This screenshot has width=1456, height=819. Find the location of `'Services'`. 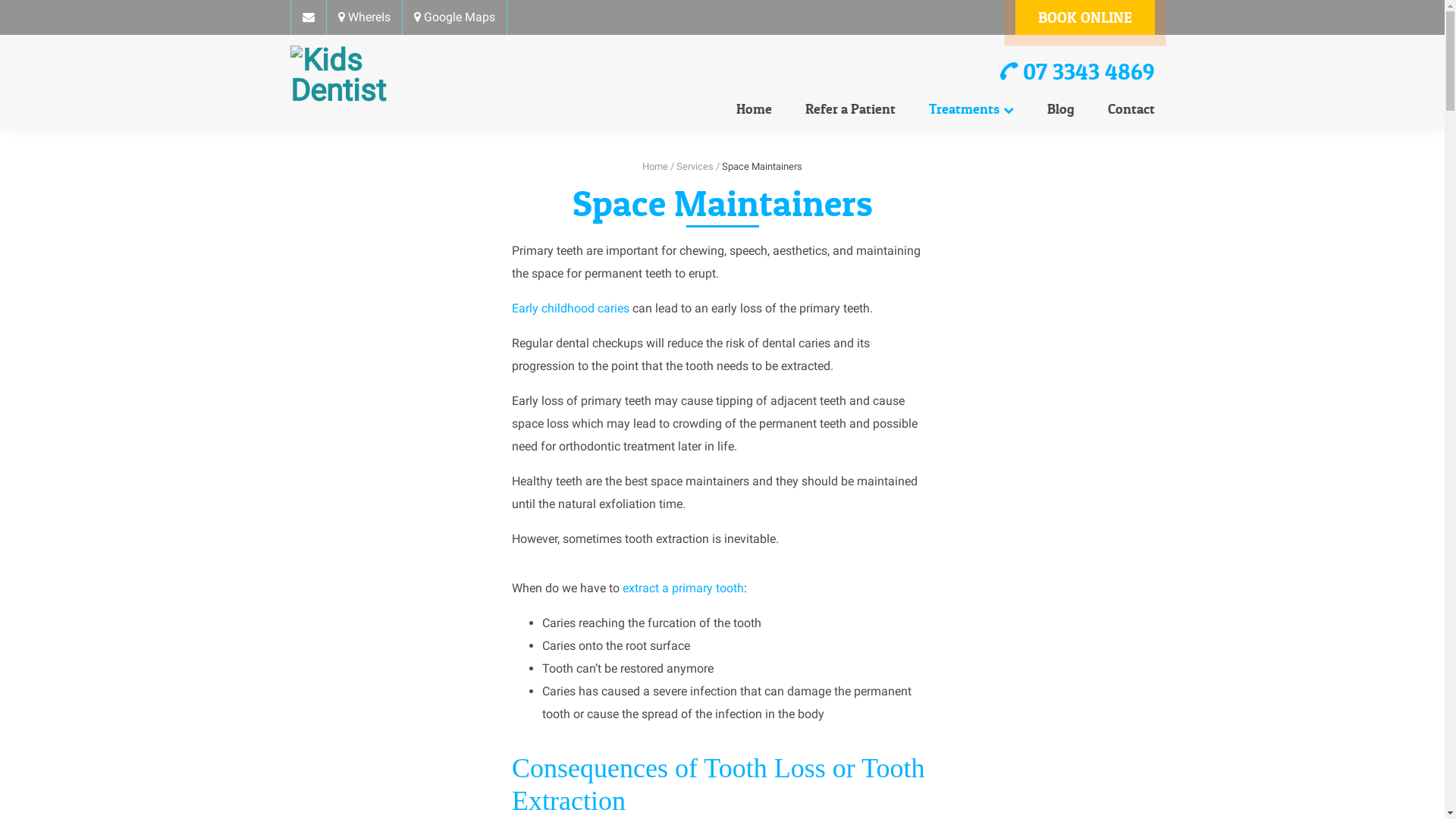

'Services' is located at coordinates (694, 166).